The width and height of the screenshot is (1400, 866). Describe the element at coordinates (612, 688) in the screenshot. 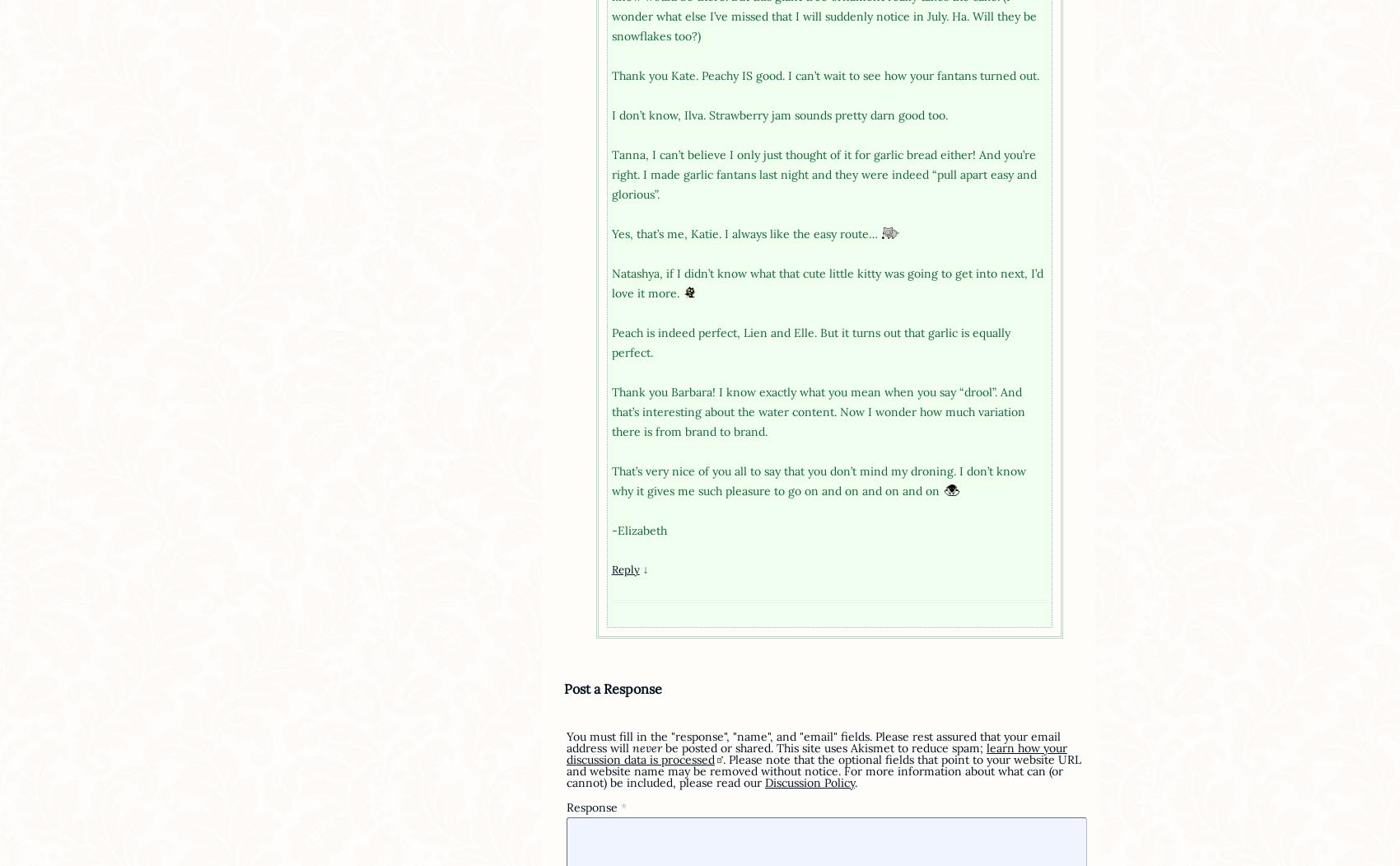

I see `'Post a Response'` at that location.